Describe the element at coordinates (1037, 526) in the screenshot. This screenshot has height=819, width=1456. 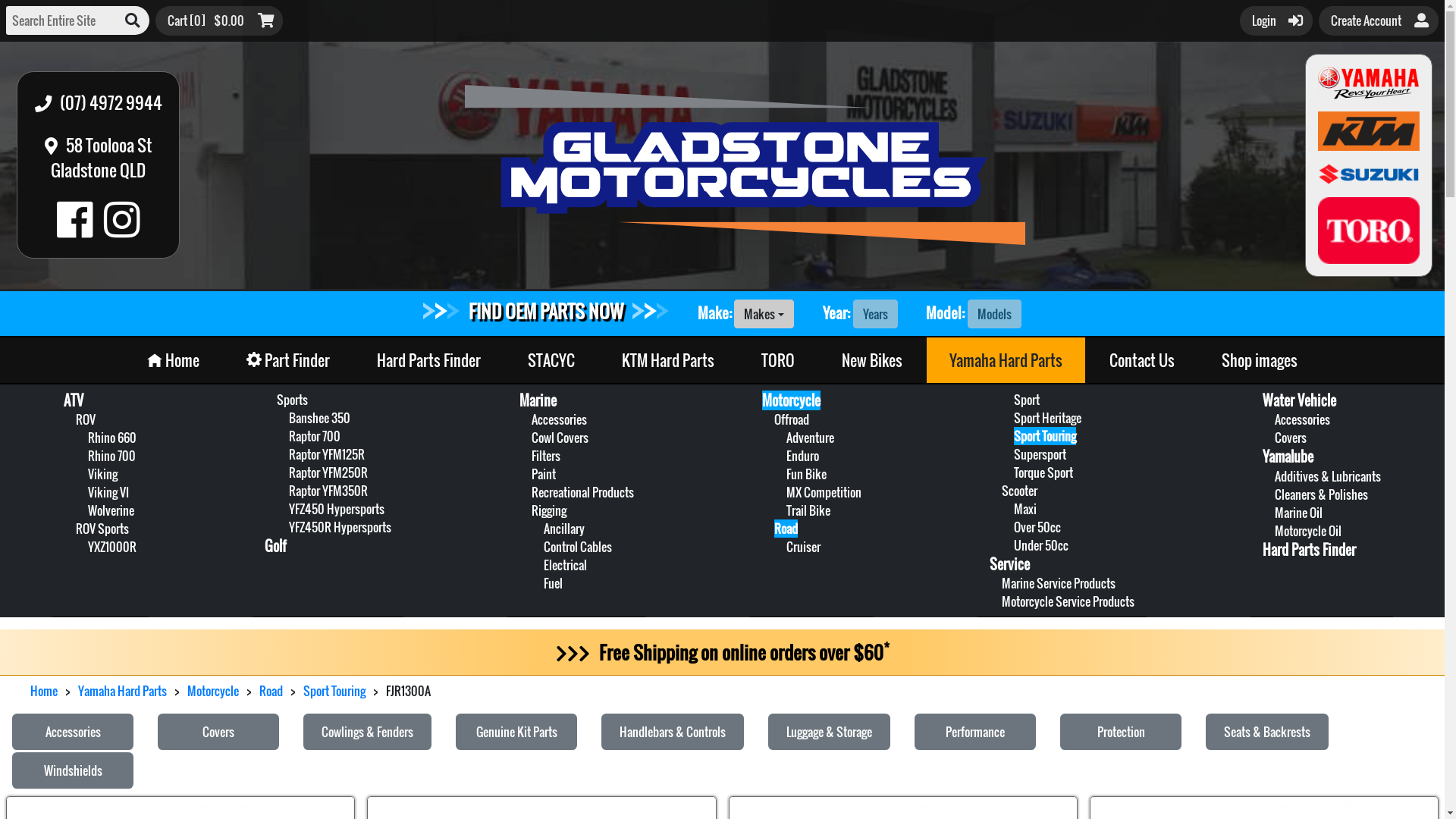
I see `'Over 50cc'` at that location.